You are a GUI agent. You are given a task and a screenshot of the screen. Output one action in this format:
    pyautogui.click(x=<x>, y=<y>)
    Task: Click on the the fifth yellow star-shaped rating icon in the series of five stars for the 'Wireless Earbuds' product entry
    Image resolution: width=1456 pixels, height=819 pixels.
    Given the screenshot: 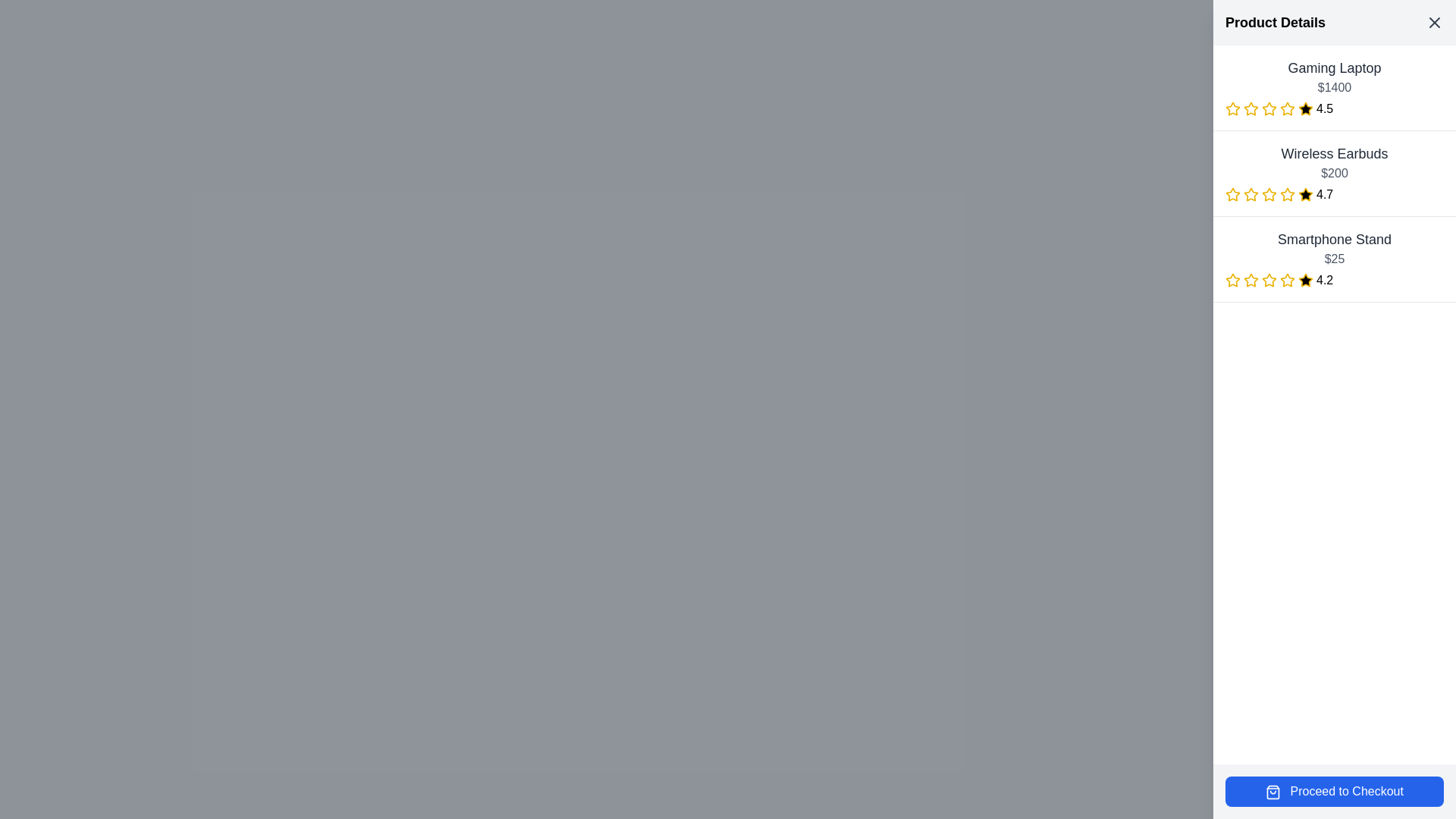 What is the action you would take?
    pyautogui.click(x=1287, y=194)
    